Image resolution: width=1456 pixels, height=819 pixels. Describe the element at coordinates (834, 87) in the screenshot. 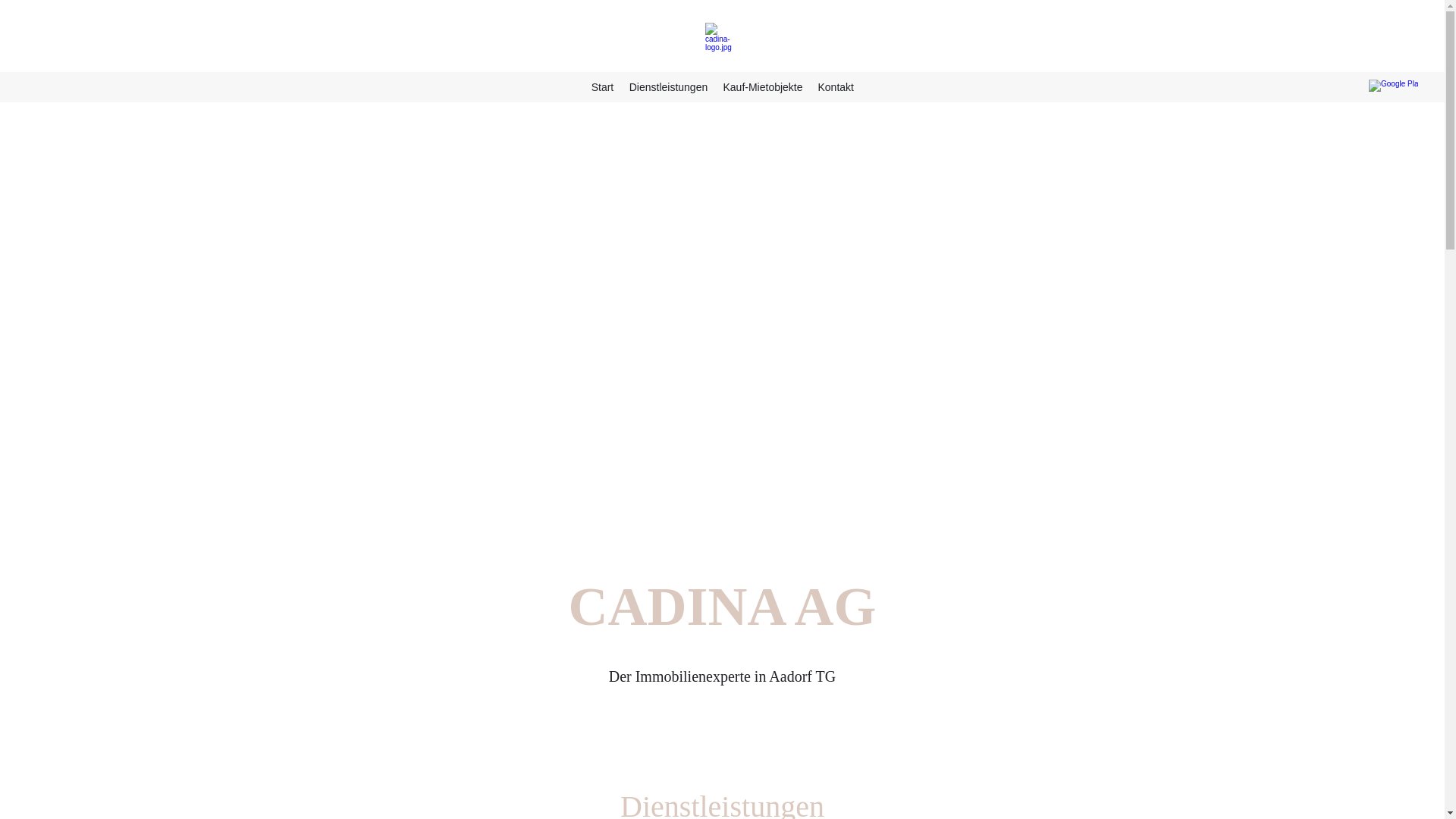

I see `'Kontakt'` at that location.